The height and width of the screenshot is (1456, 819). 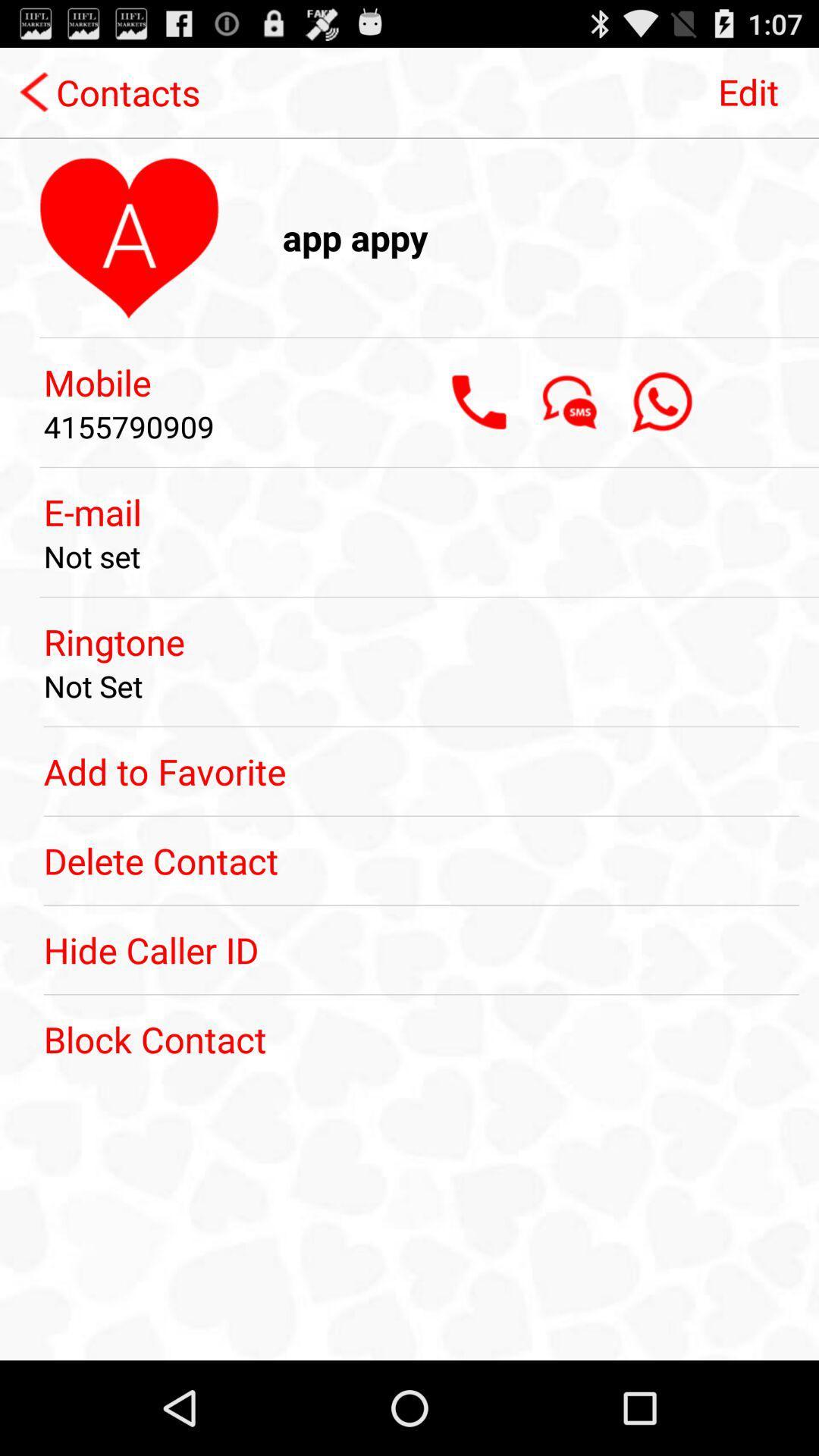 What do you see at coordinates (661, 429) in the screenshot?
I see `the call icon` at bounding box center [661, 429].